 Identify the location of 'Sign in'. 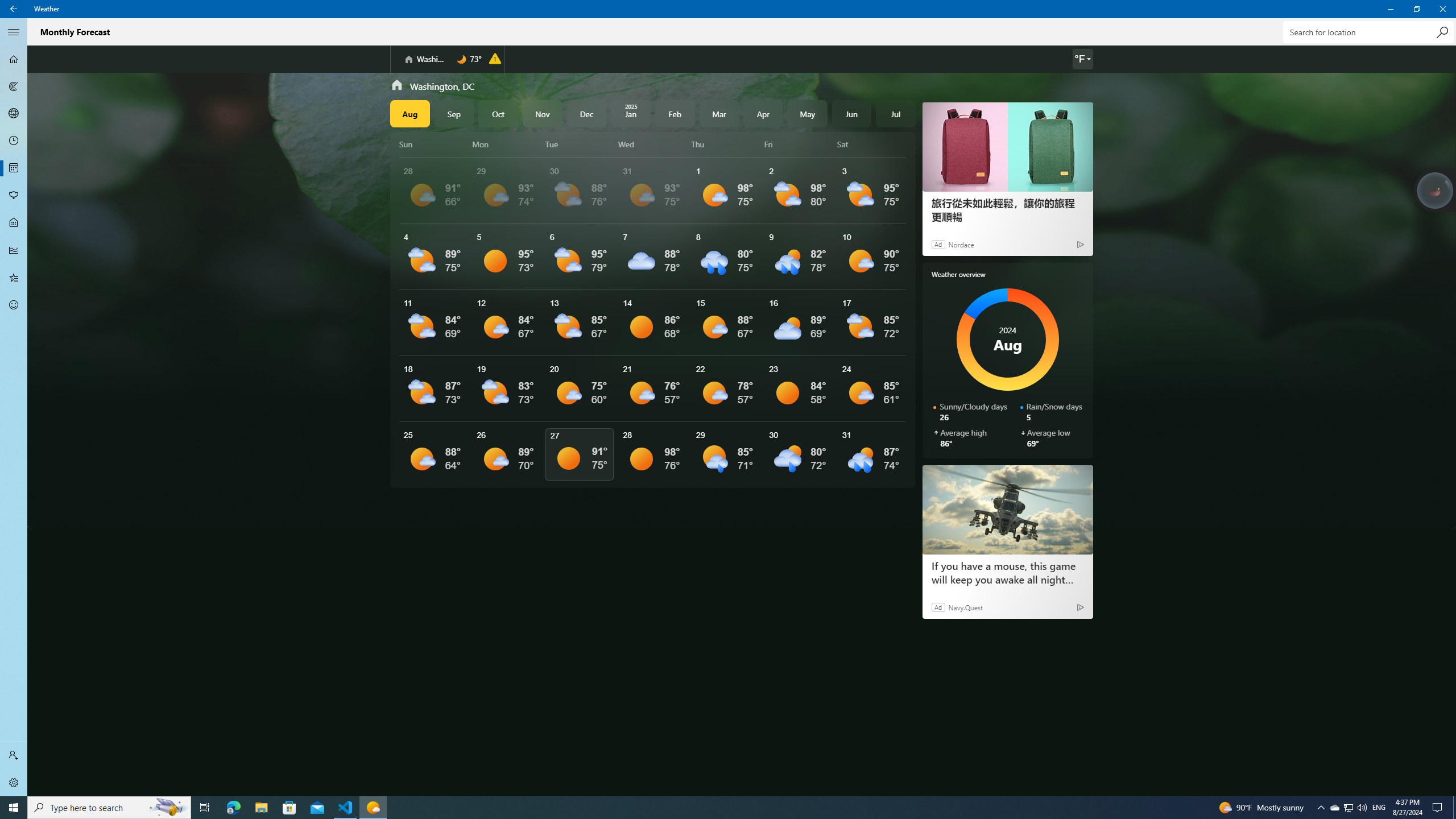
(14, 755).